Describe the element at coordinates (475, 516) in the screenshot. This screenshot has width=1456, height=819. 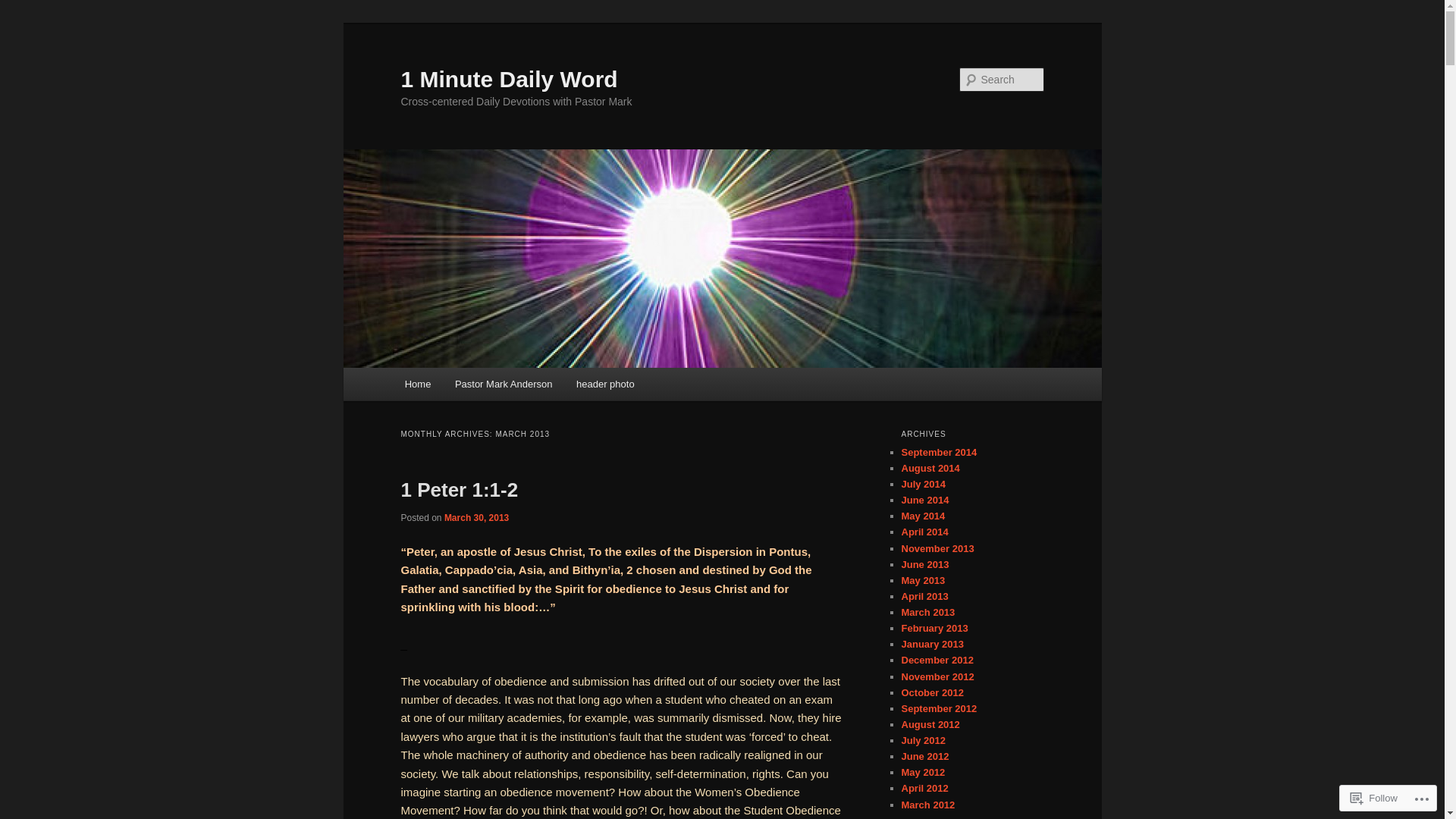
I see `'March 30, 2013'` at that location.